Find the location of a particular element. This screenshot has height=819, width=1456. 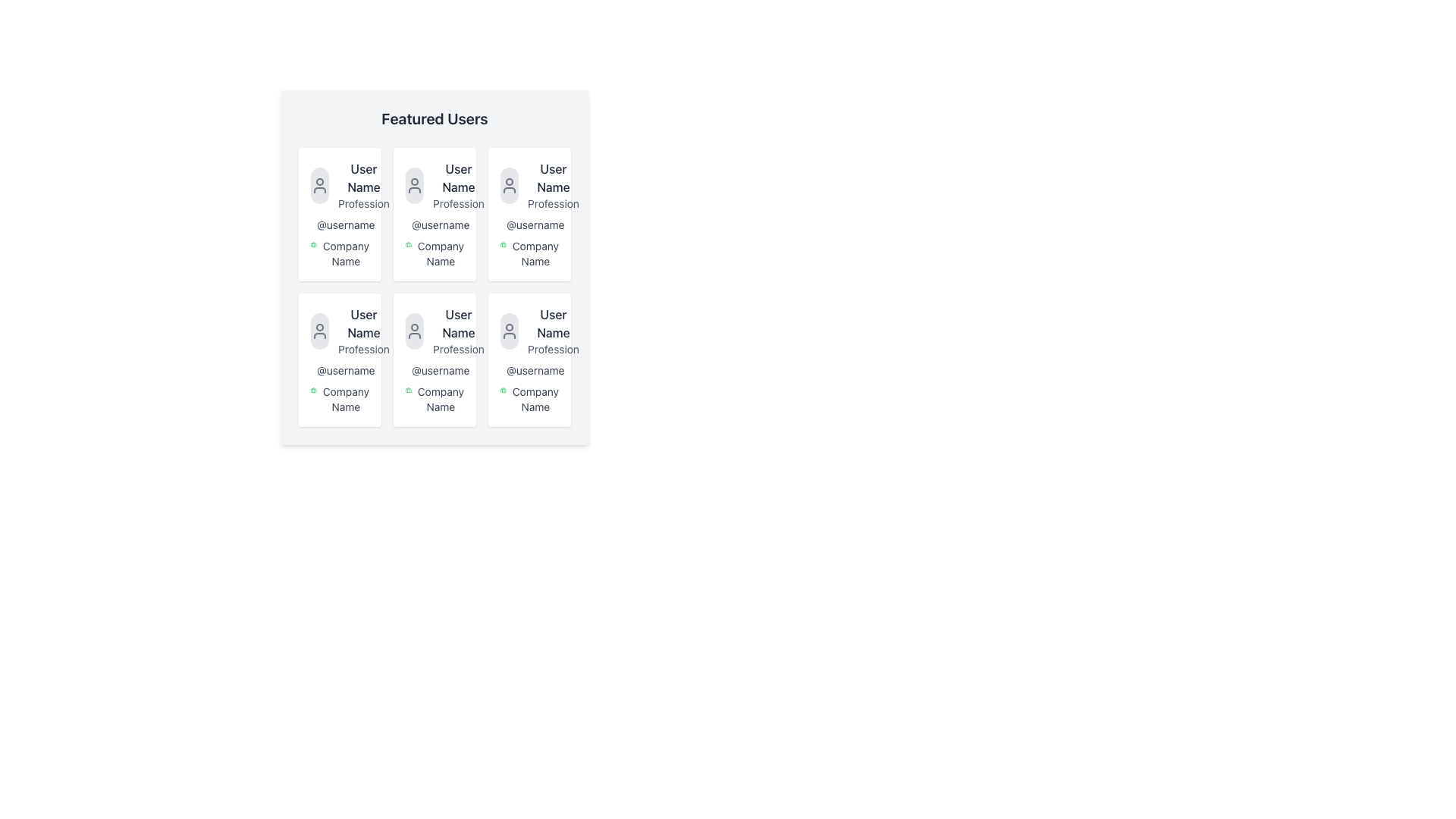

the '@' icon located in the second row, second column of the user card, positioned beside the username text is located at coordinates (415, 372).